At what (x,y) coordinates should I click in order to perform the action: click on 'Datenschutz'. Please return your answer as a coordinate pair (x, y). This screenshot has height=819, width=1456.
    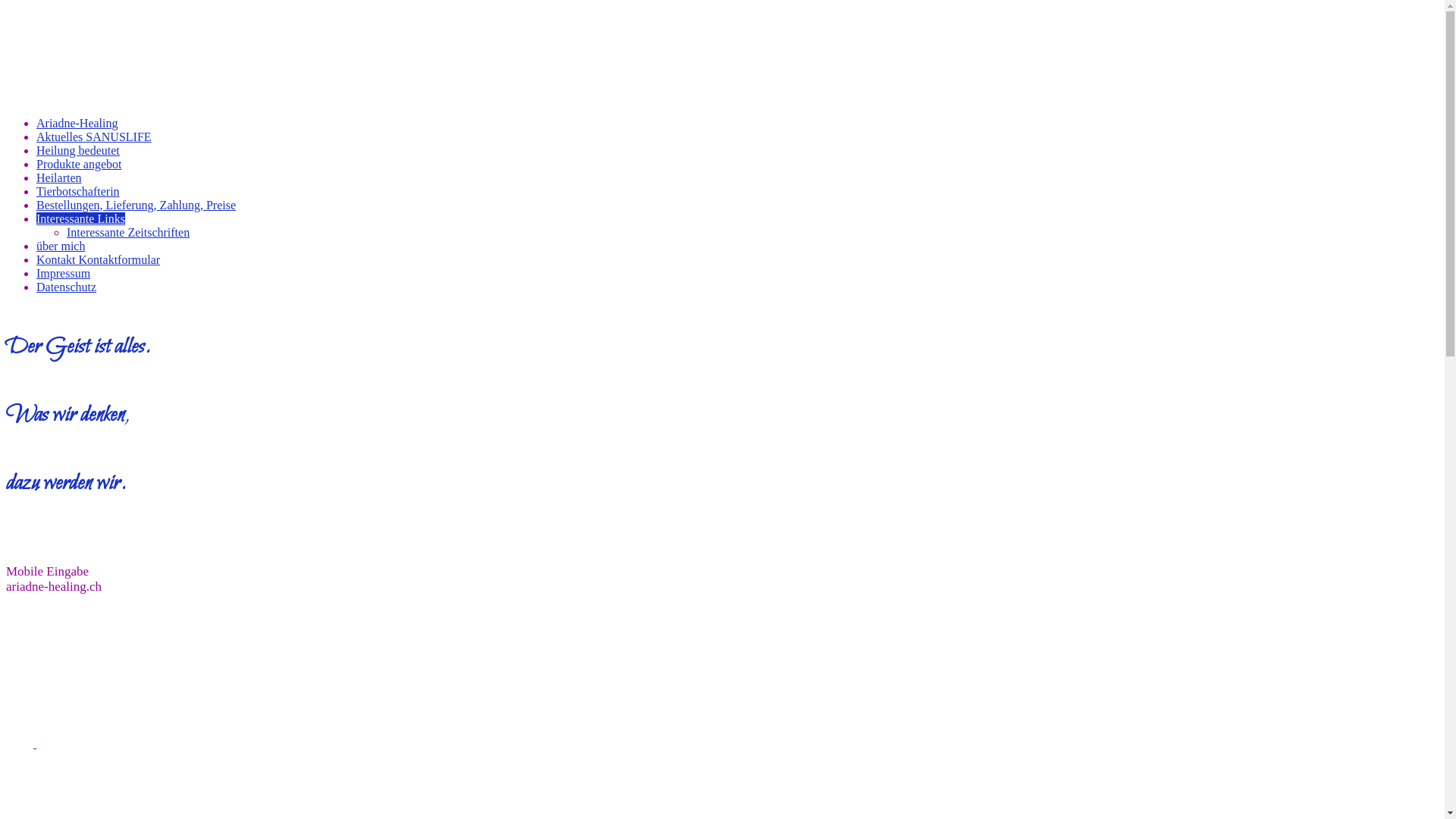
    Looking at the image, I should click on (65, 287).